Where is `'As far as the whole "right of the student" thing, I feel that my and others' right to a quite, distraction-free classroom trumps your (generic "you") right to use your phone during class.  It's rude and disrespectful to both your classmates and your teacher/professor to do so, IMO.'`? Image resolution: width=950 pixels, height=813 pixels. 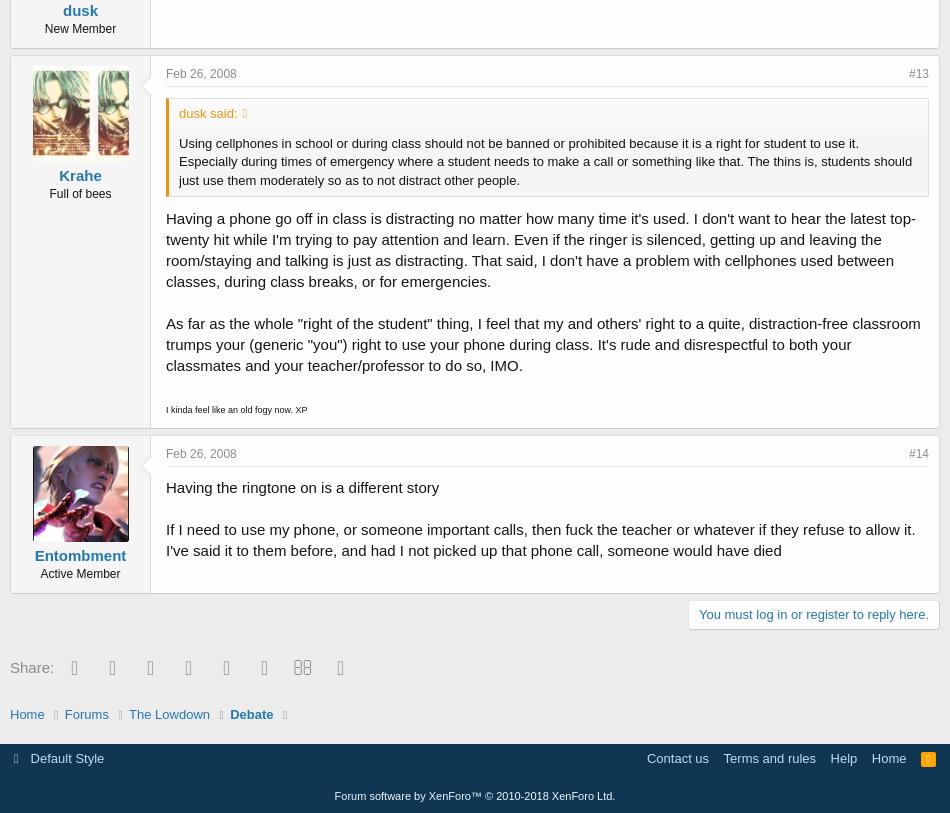 'As far as the whole "right of the student" thing, I feel that my and others' right to a quite, distraction-free classroom trumps your (generic "you") right to use your phone during class.  It's rude and disrespectful to both your classmates and your teacher/professor to do so, IMO.' is located at coordinates (543, 342).